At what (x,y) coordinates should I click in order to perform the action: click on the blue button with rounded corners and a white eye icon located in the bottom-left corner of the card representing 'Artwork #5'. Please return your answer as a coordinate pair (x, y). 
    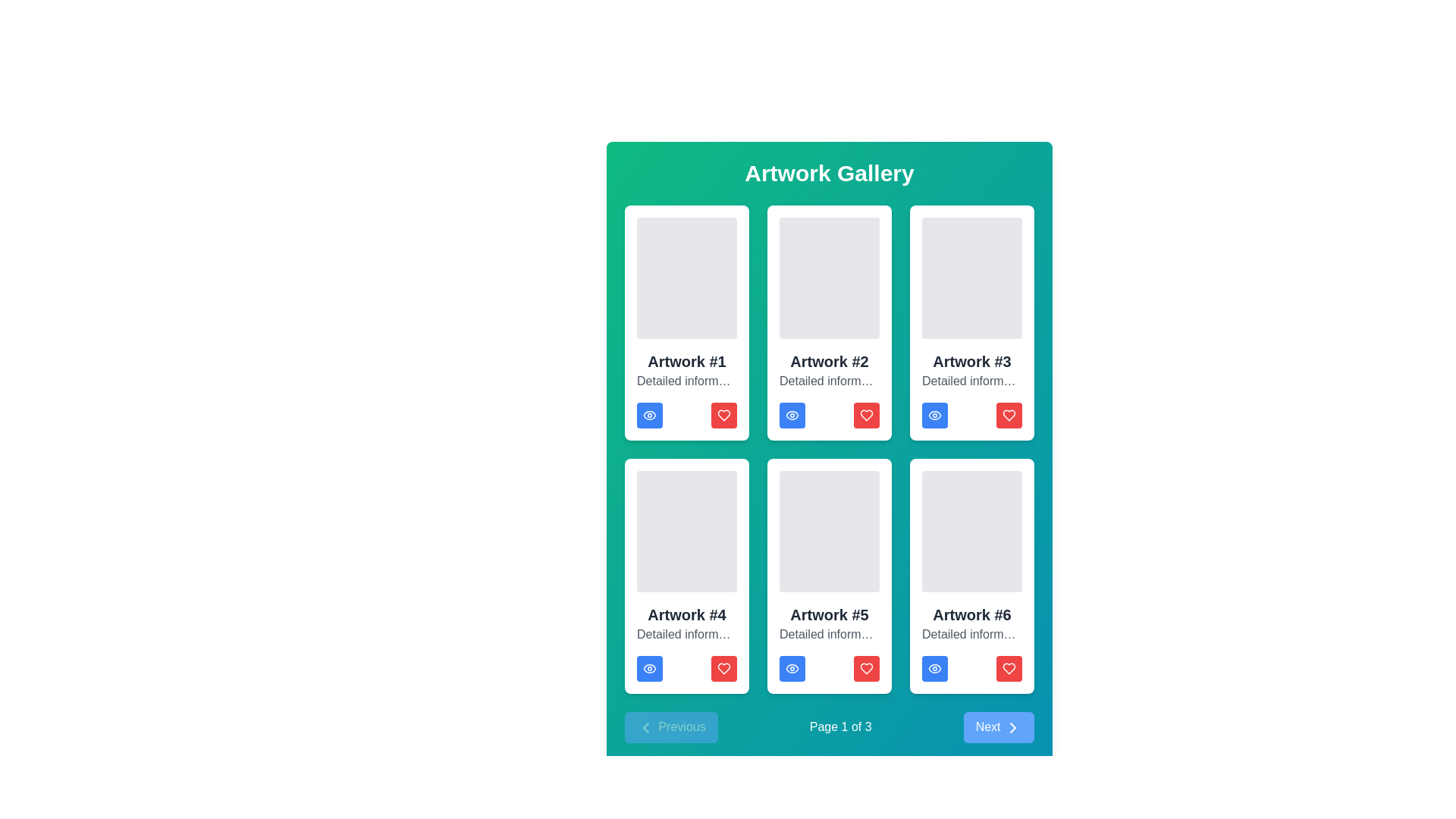
    Looking at the image, I should click on (792, 668).